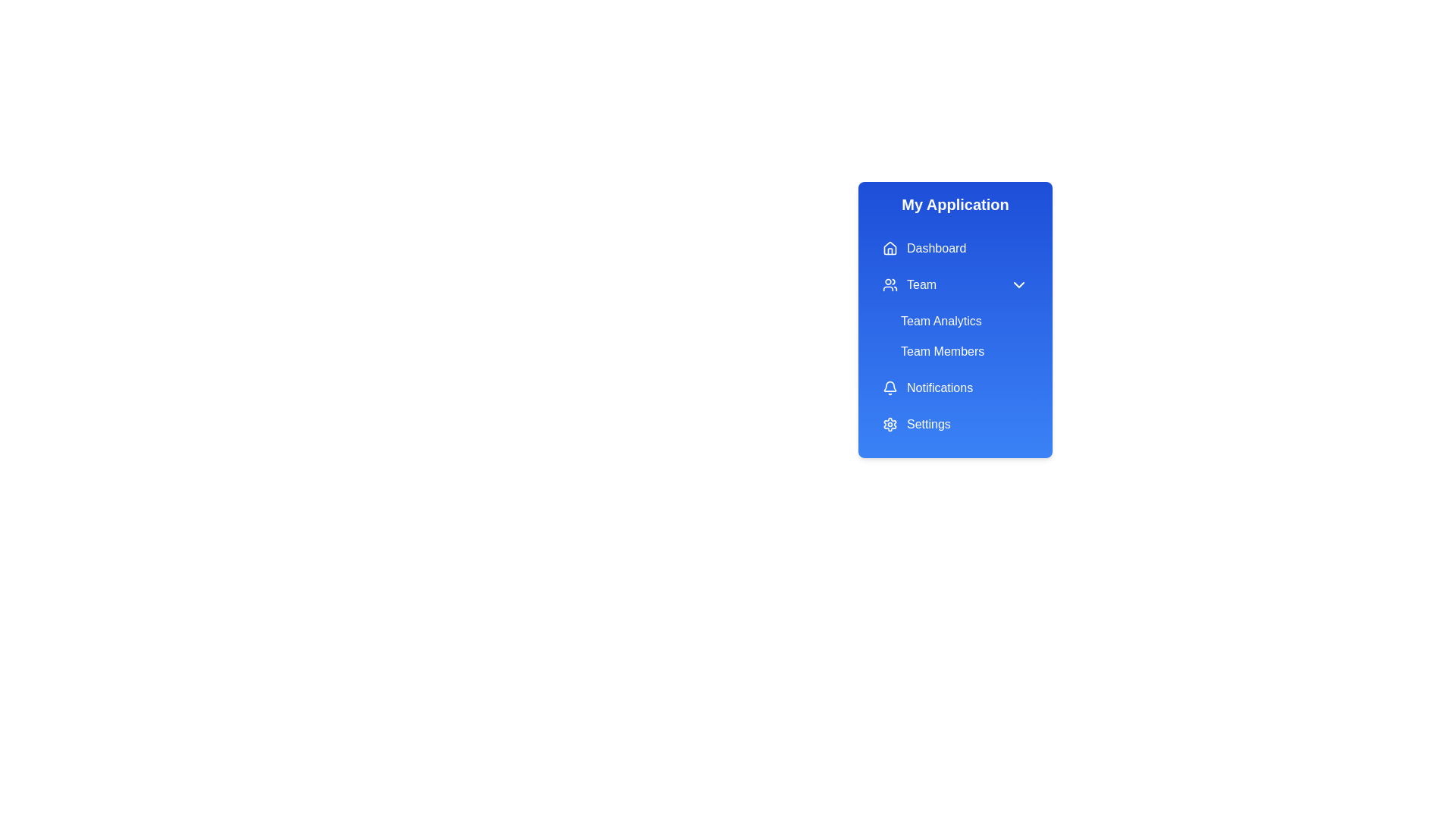  What do you see at coordinates (954, 247) in the screenshot?
I see `the 'Dashboard' menu button, which is the first entry in the vertical navigation menu styled with white text on a blue background` at bounding box center [954, 247].